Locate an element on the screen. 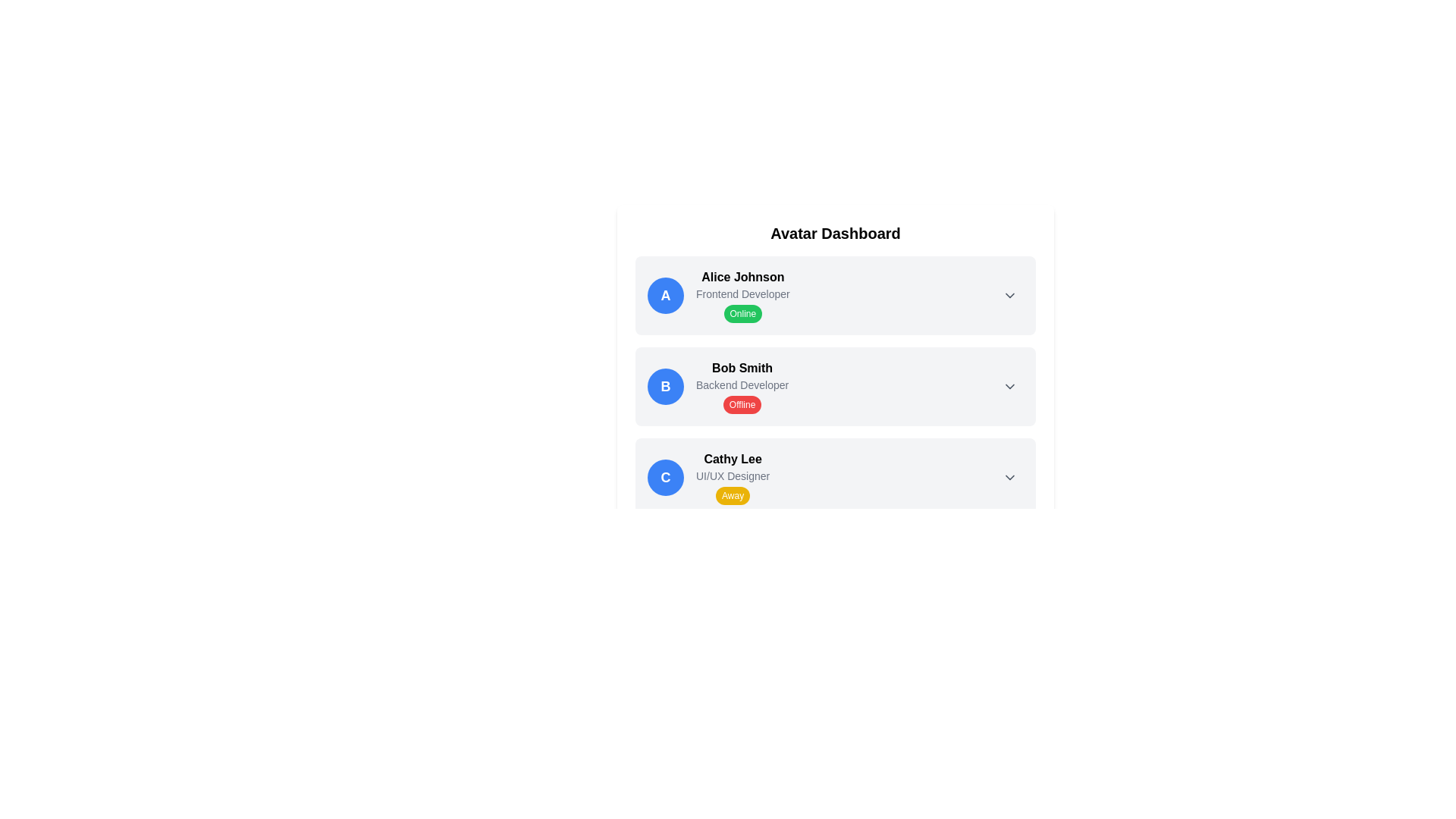  the offline status label for user 'Bob Smith', located in the bottom-right corner of the inner vertical panel, directly below 'Backend Developer' is located at coordinates (742, 403).